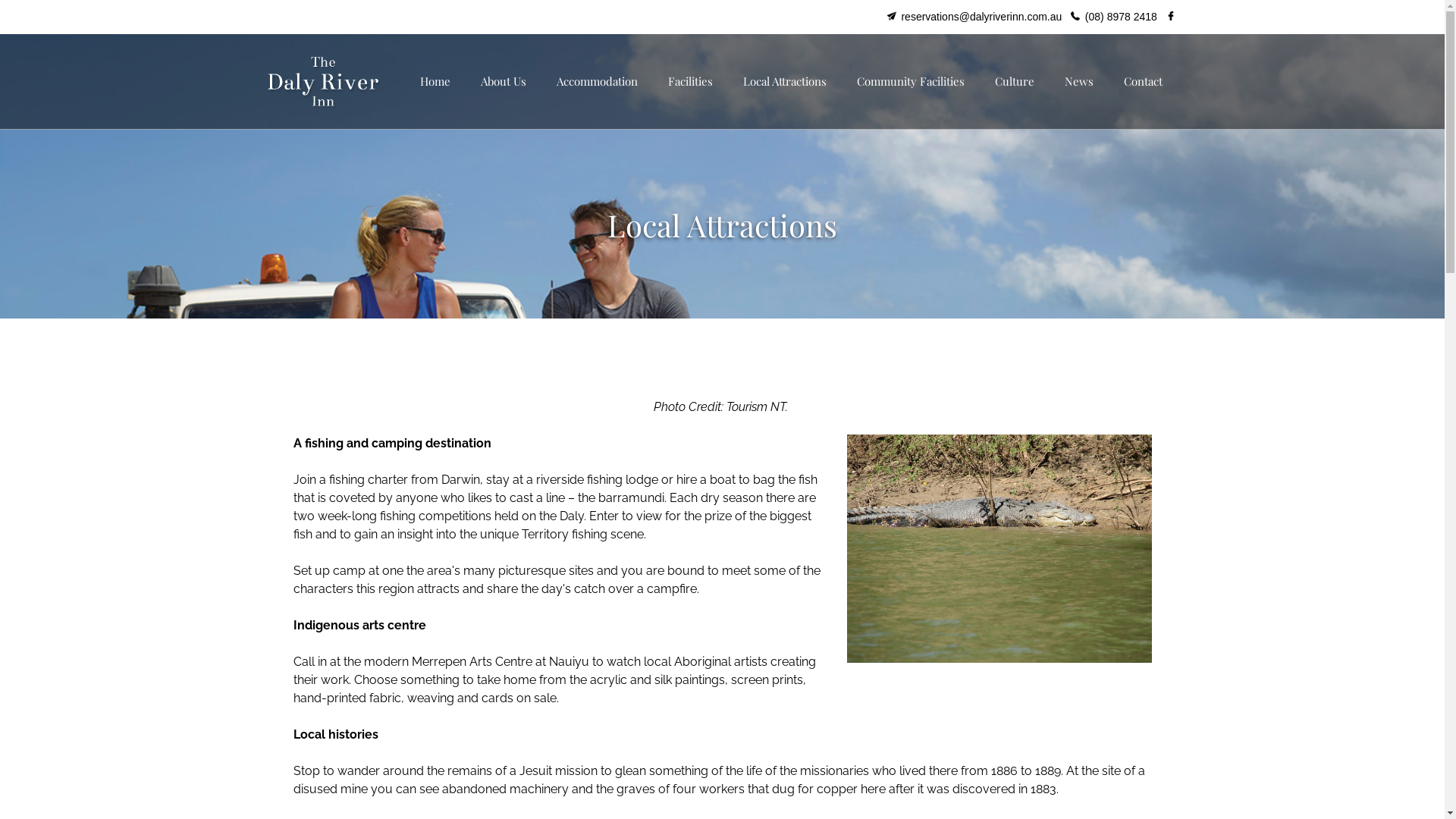  Describe the element at coordinates (596, 81) in the screenshot. I see `'Accommodation'` at that location.